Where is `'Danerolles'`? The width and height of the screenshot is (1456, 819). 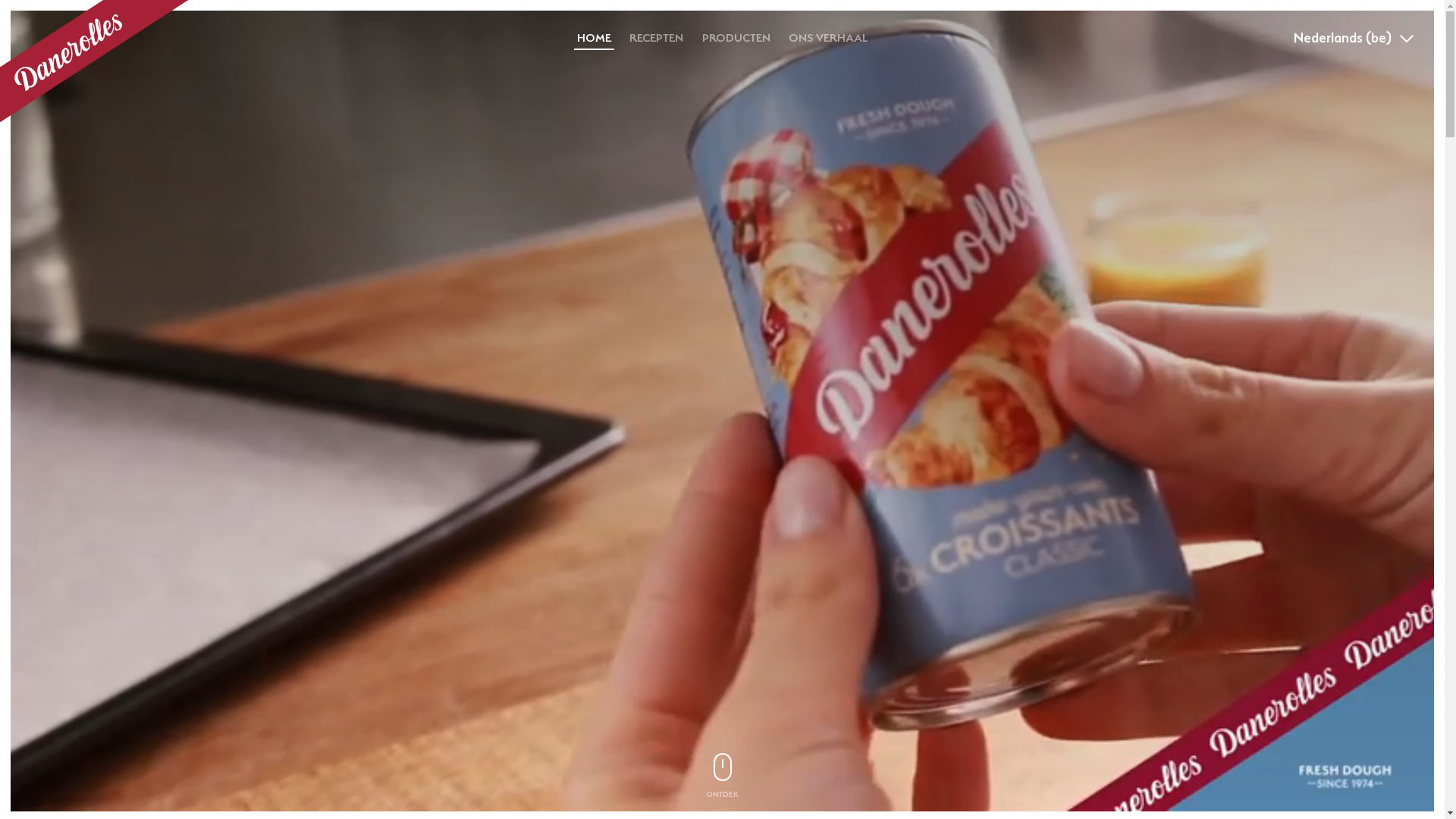
'Danerolles' is located at coordinates (93, 61).